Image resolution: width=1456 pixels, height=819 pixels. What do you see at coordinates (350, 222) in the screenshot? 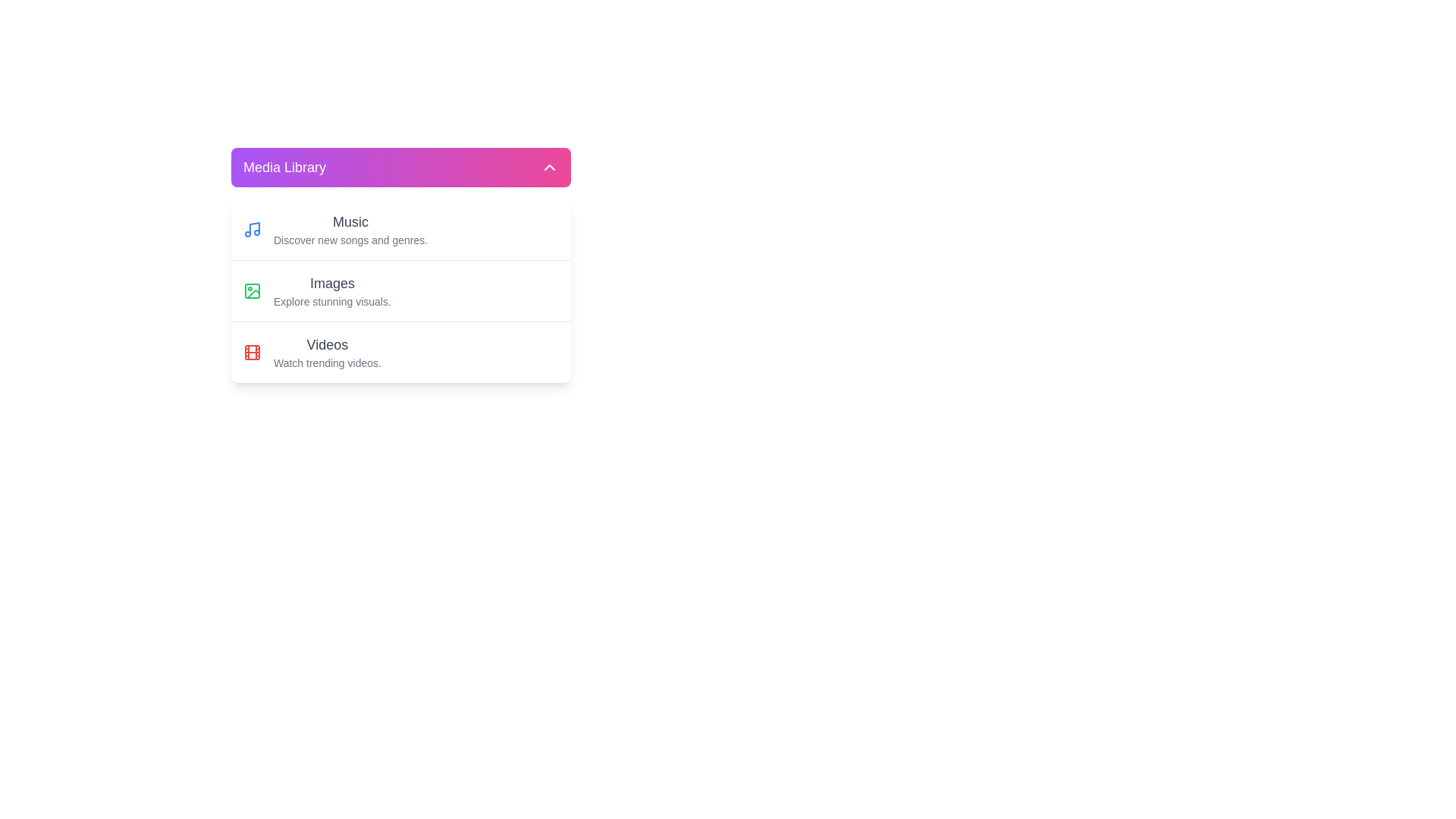
I see `the 'Music' category title text label in the Media Library interface, which is positioned directly below a blue music note icon` at bounding box center [350, 222].